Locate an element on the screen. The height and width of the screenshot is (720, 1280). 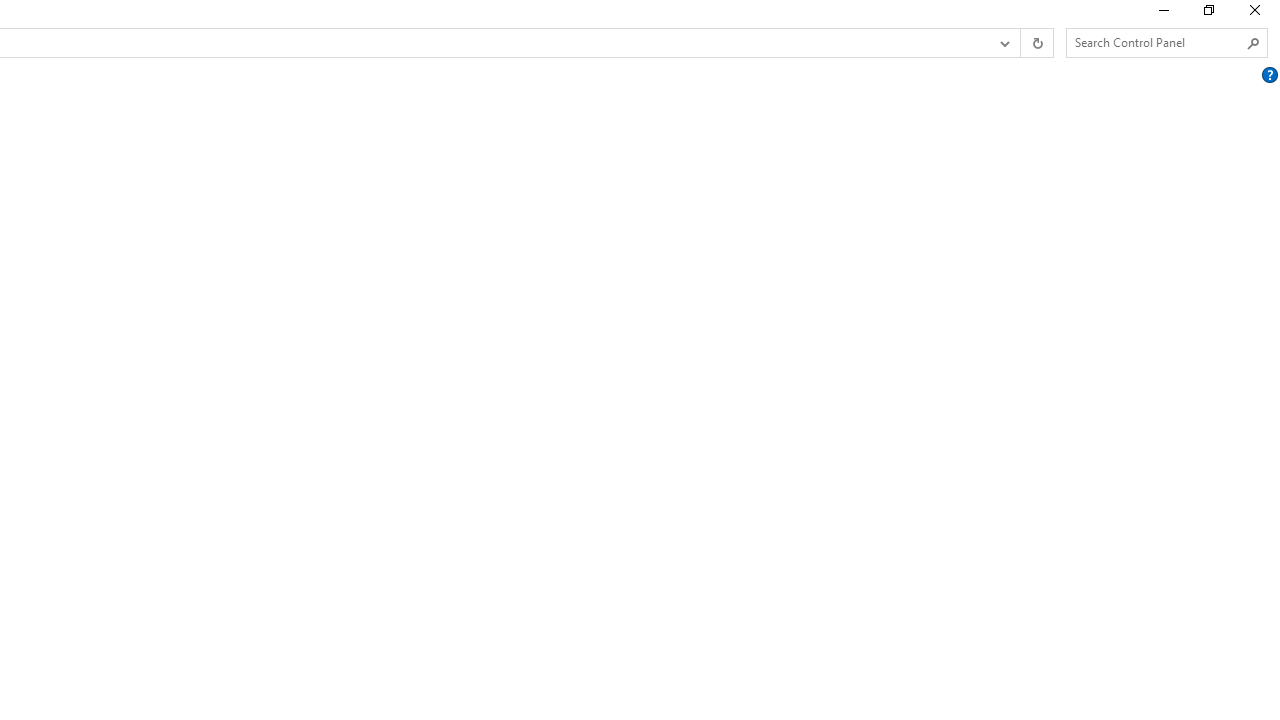
'Minimize' is located at coordinates (1162, 15).